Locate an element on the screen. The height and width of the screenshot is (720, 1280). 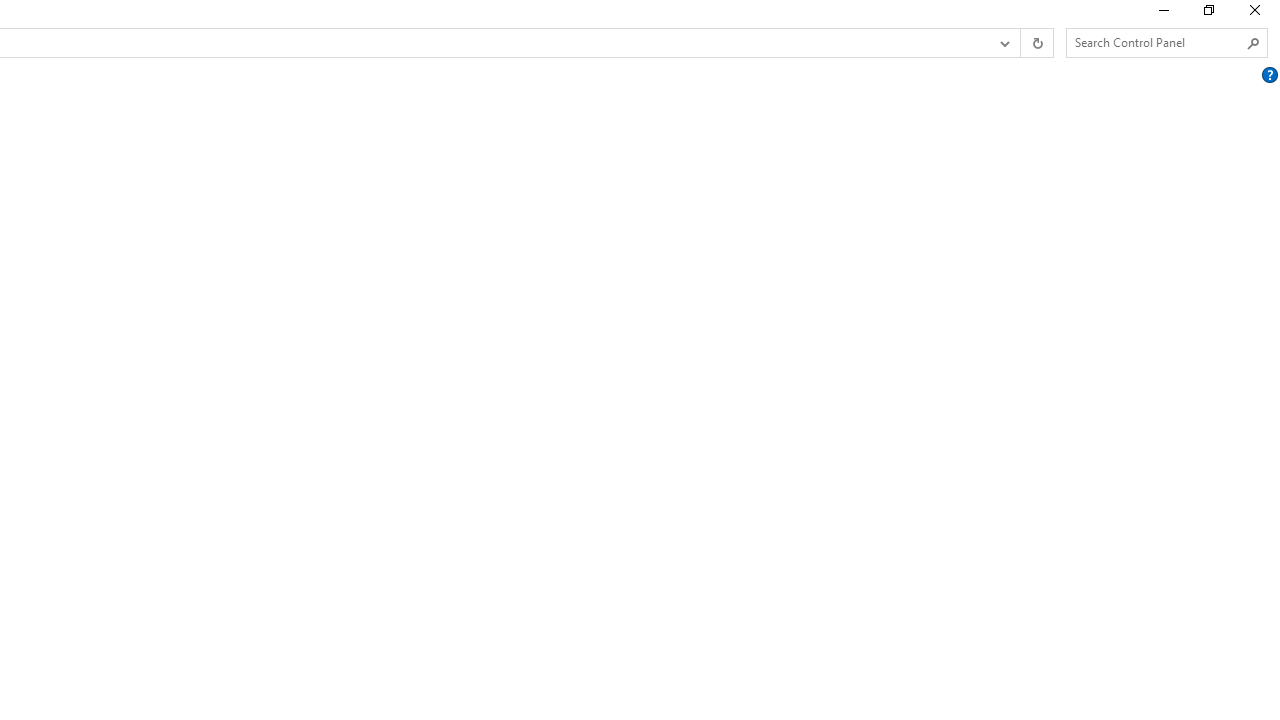
'Minimize' is located at coordinates (1162, 15).